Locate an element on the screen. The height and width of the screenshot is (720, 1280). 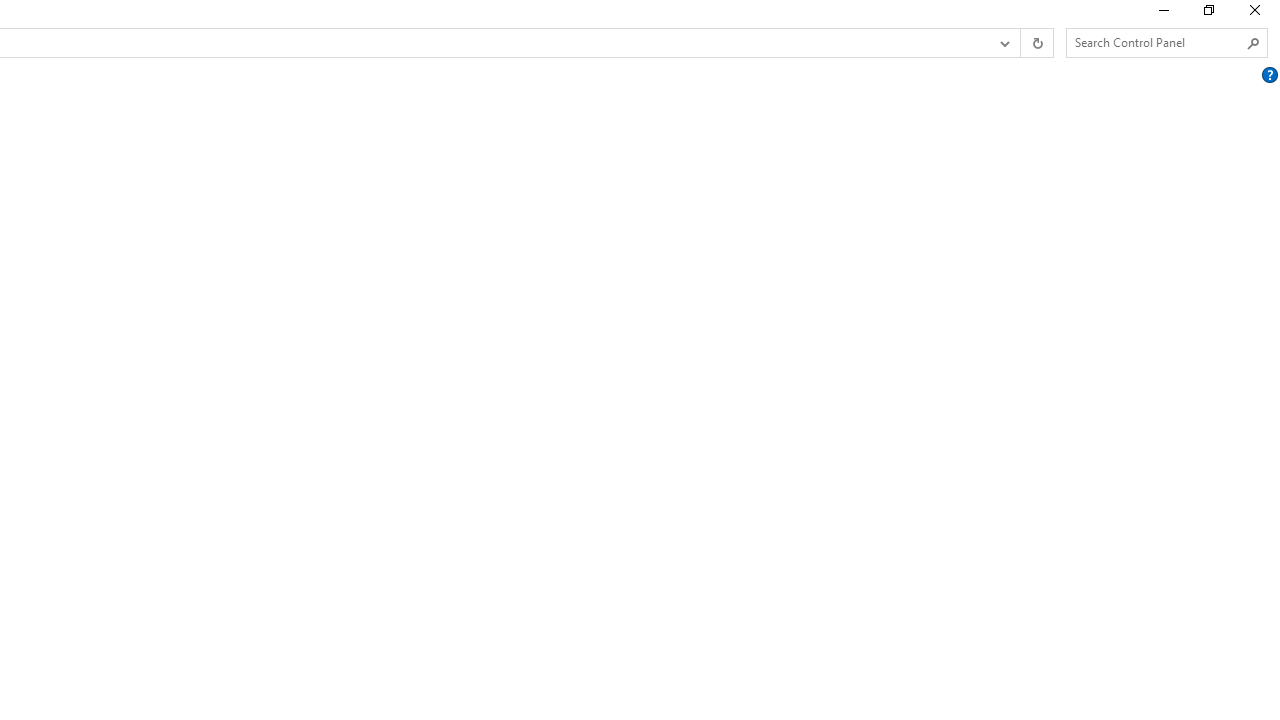
'Minimize' is located at coordinates (1162, 15).